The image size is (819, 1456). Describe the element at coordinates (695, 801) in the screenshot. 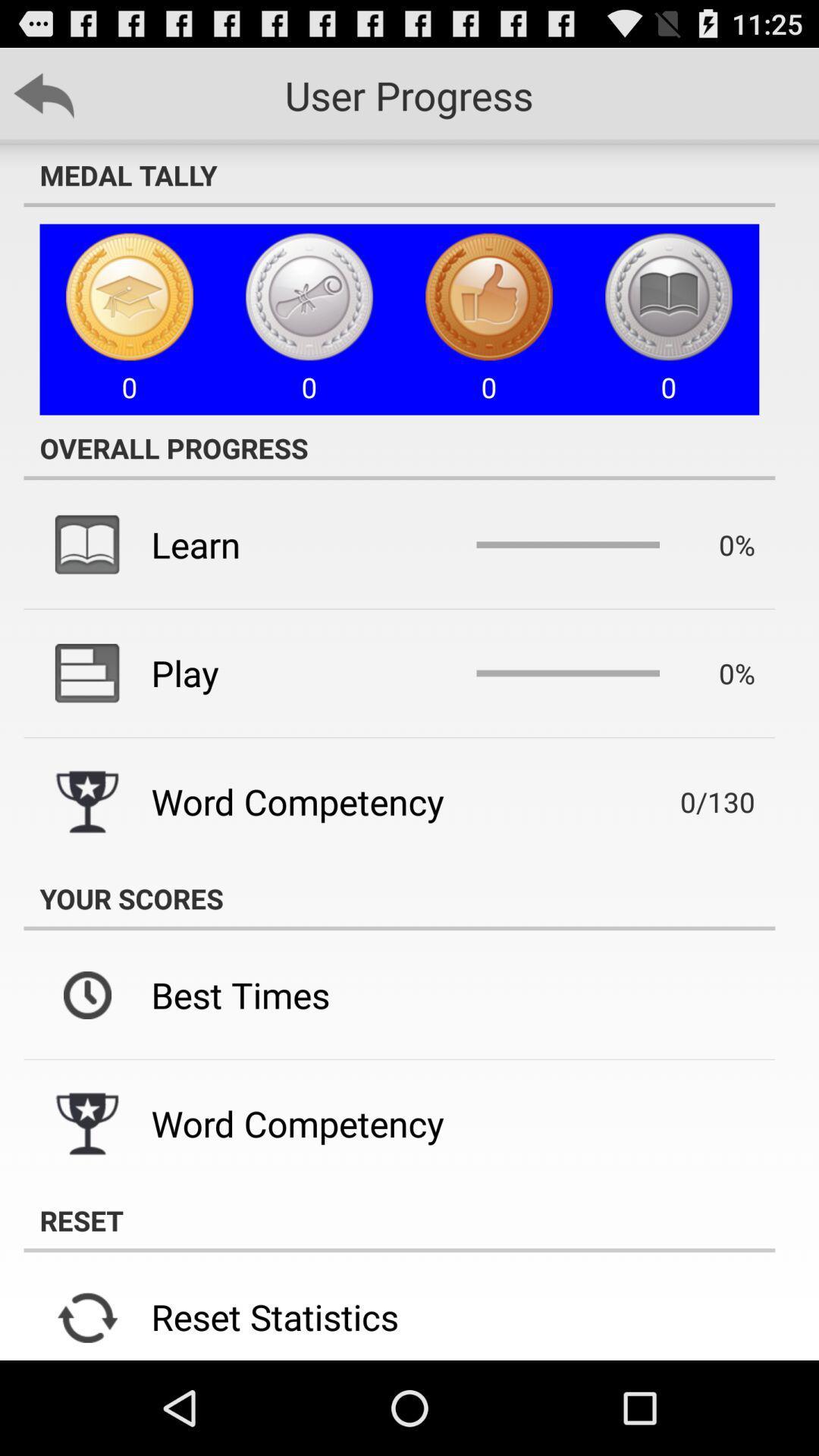

I see `the item below the 0% item` at that location.